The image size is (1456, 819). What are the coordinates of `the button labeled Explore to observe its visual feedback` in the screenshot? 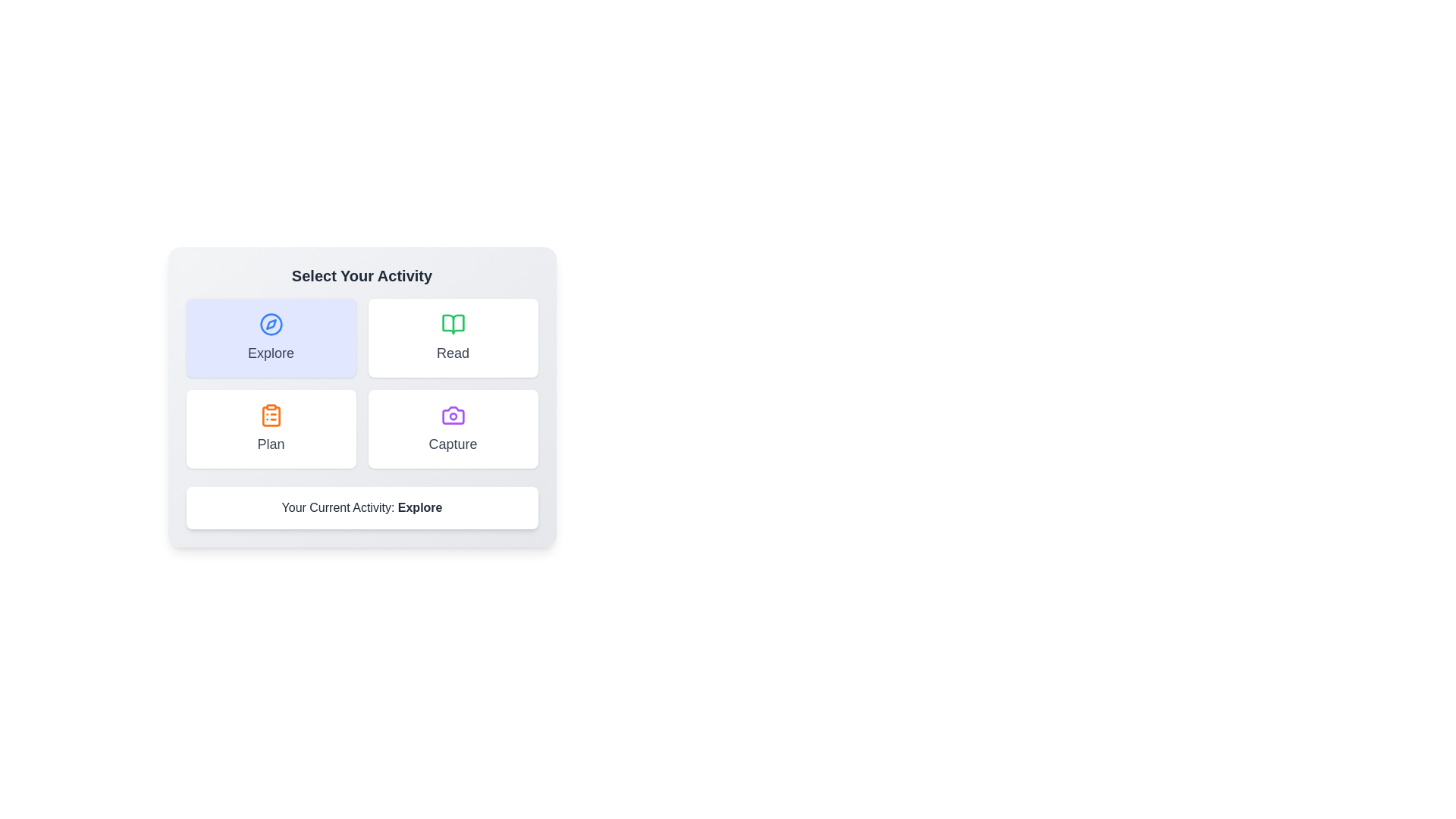 It's located at (271, 337).